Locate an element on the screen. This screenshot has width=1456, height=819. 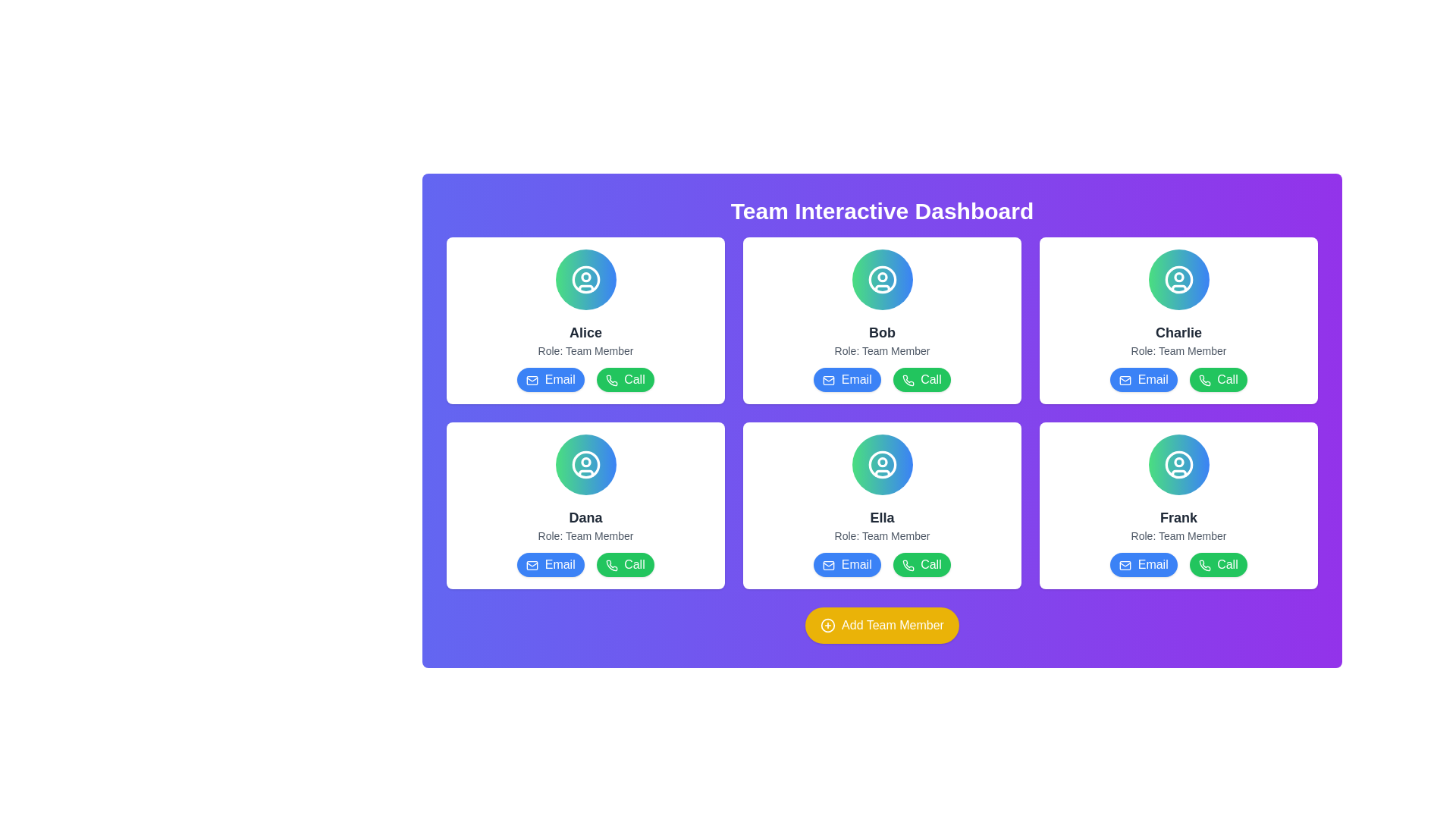
the circular outline graphic component representing Dana's user avatar in the profile section of the dashboard is located at coordinates (585, 464).